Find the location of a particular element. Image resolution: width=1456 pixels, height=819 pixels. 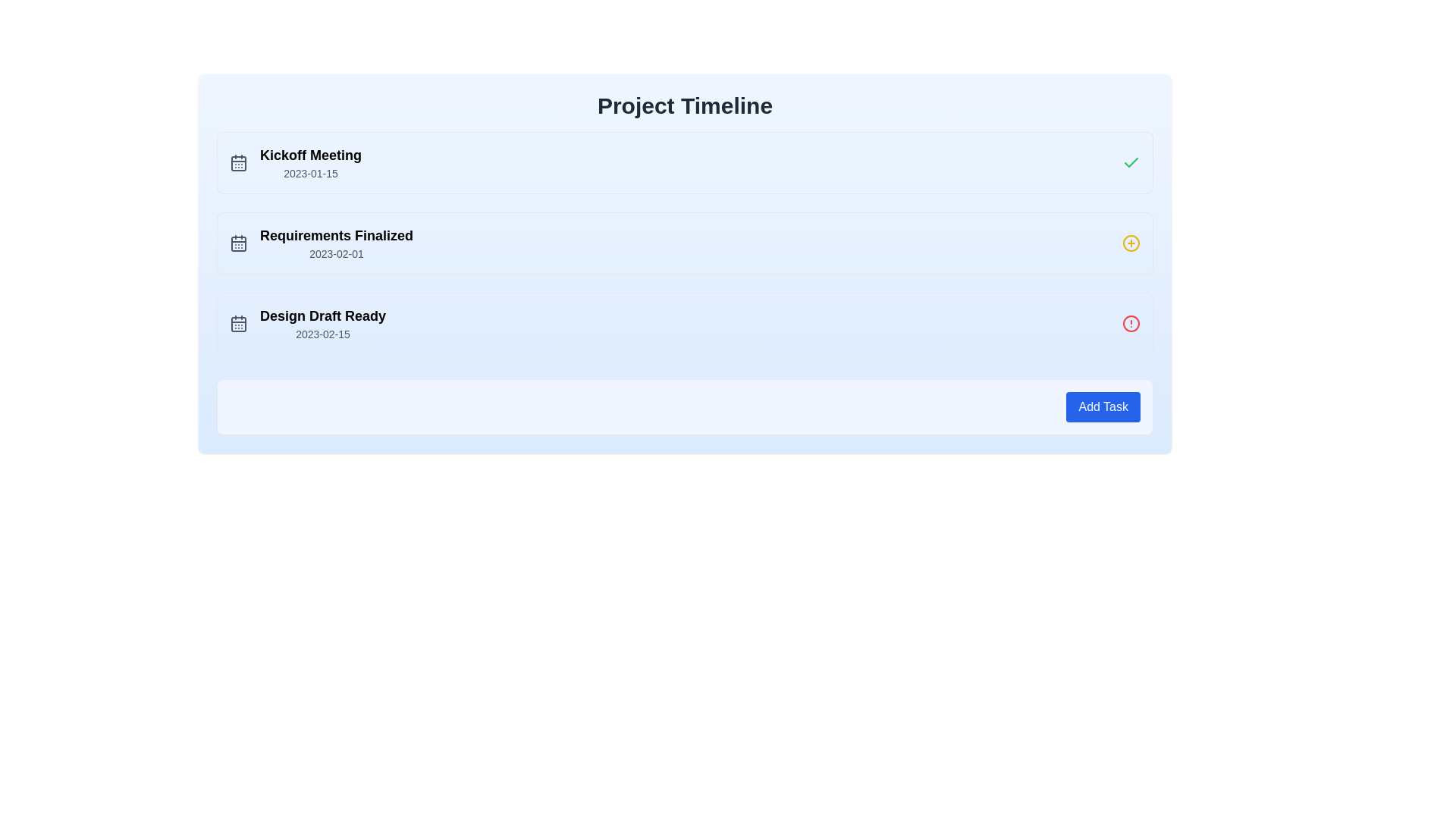

the text-based label 'Requirements Finalized' with the accompanying calendar icon, which is the second entry in the timeline interface is located at coordinates (320, 242).